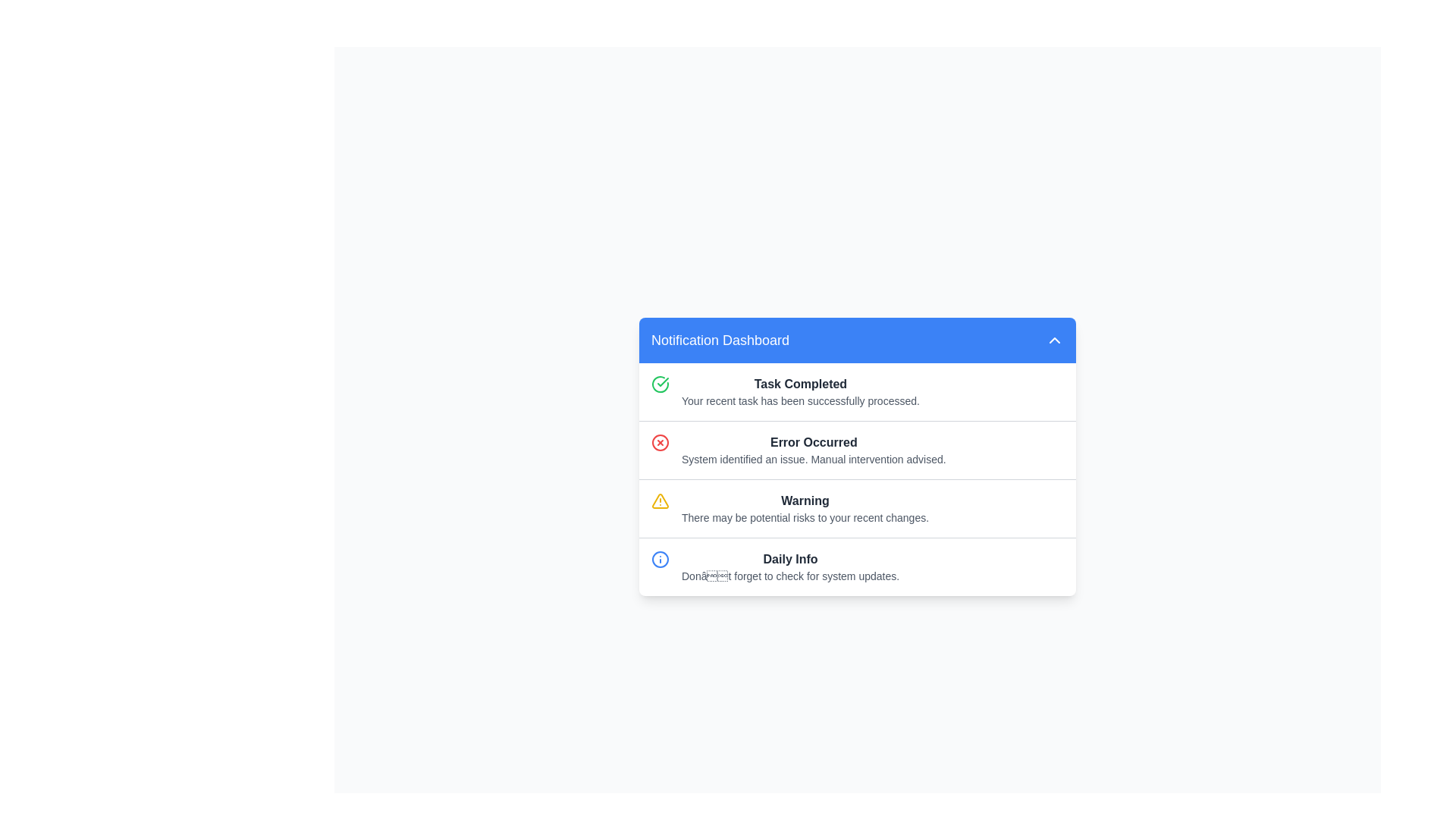 Image resolution: width=1456 pixels, height=819 pixels. I want to click on SVG circle element that is part of the information icon, located in the lower-right section of the interface next to the 'Daily Info' notification, so click(660, 559).